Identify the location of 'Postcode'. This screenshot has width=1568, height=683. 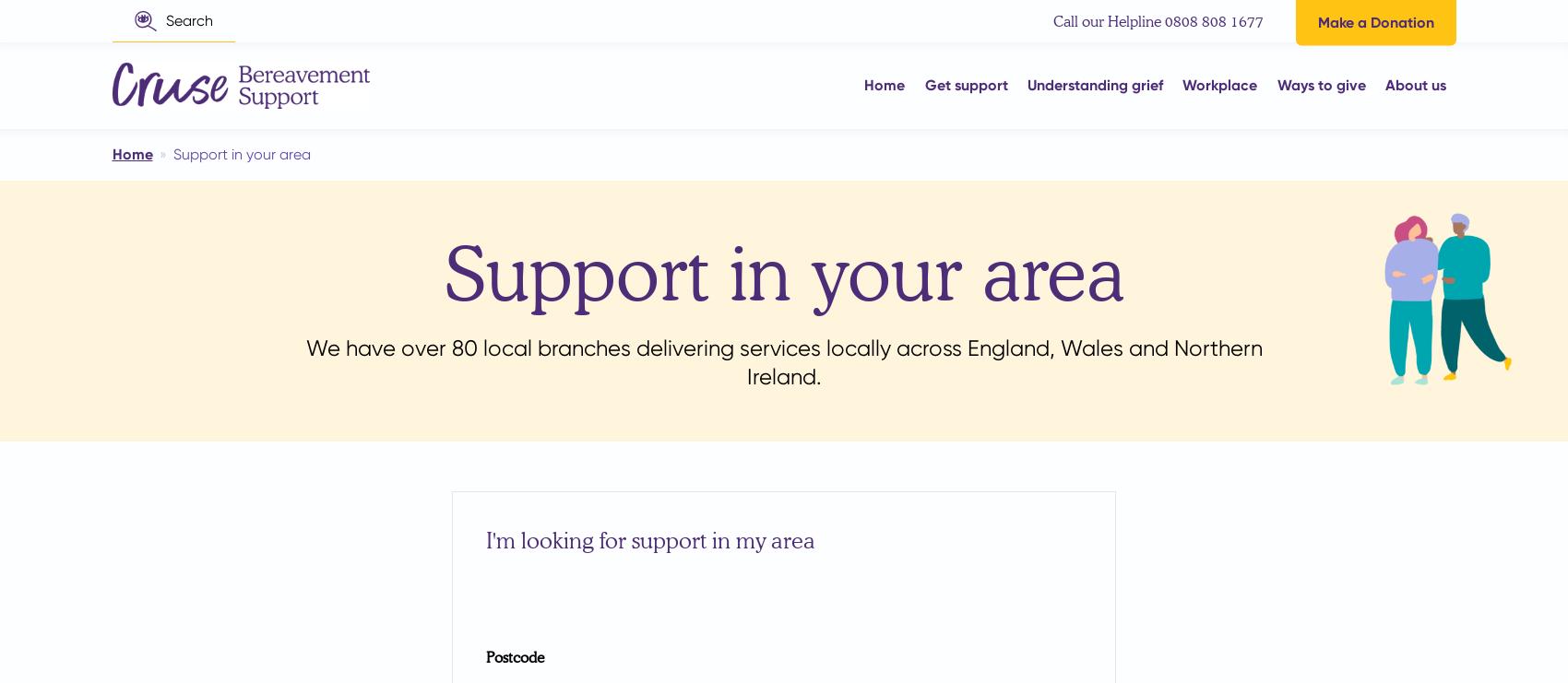
(514, 655).